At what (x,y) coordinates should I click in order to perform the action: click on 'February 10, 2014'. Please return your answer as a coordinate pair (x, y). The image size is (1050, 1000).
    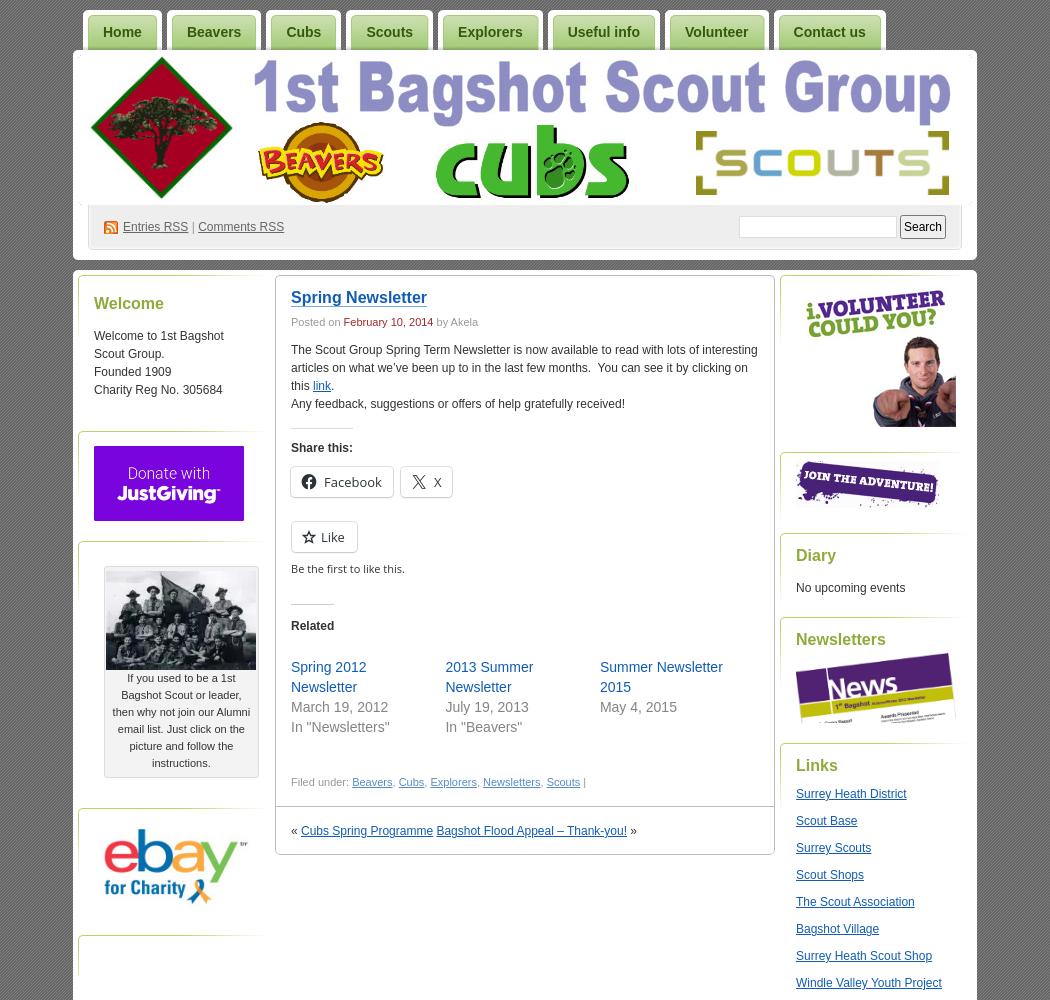
    Looking at the image, I should click on (387, 321).